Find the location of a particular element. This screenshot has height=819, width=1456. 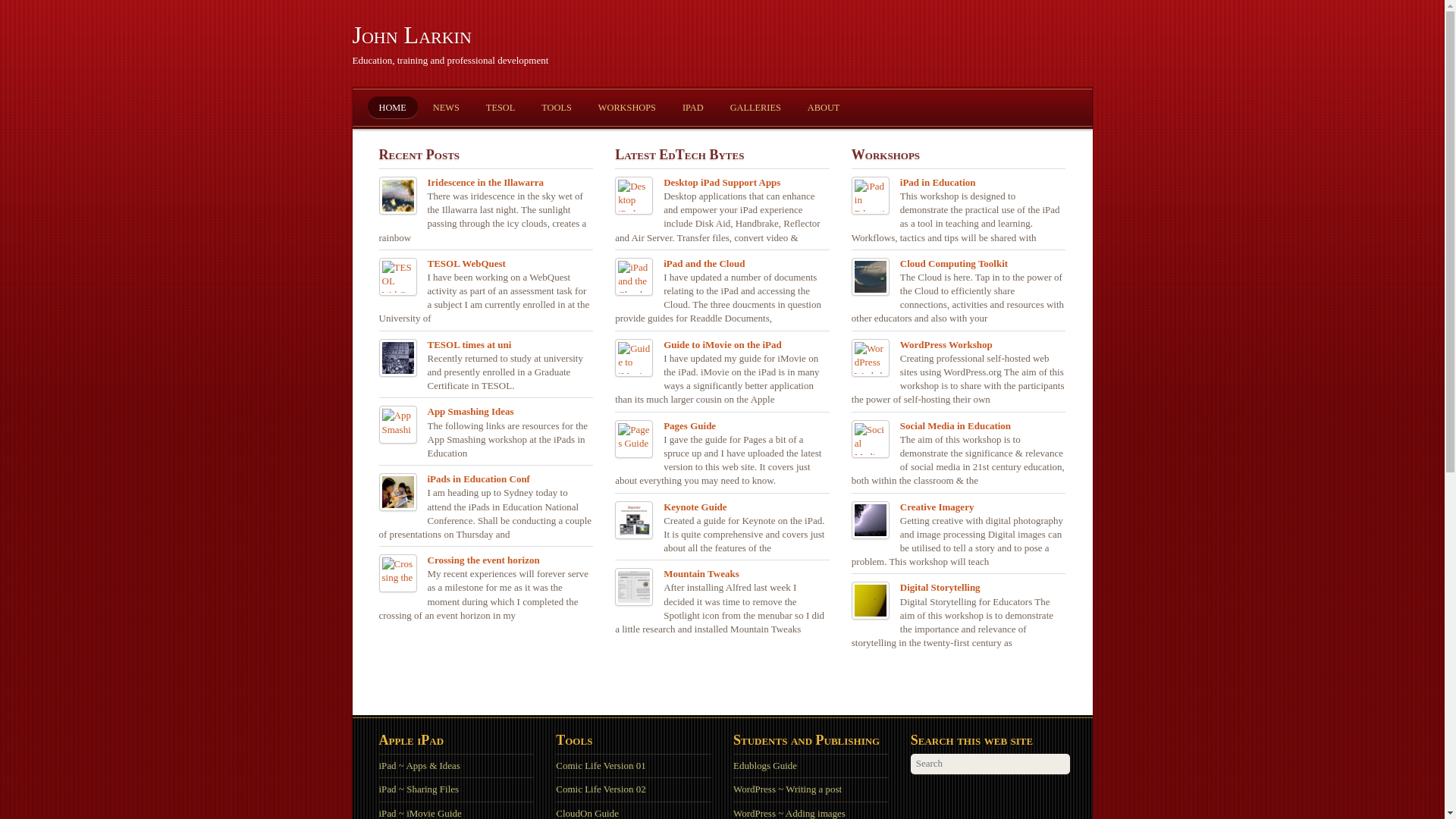

'NEWS' is located at coordinates (422, 107).